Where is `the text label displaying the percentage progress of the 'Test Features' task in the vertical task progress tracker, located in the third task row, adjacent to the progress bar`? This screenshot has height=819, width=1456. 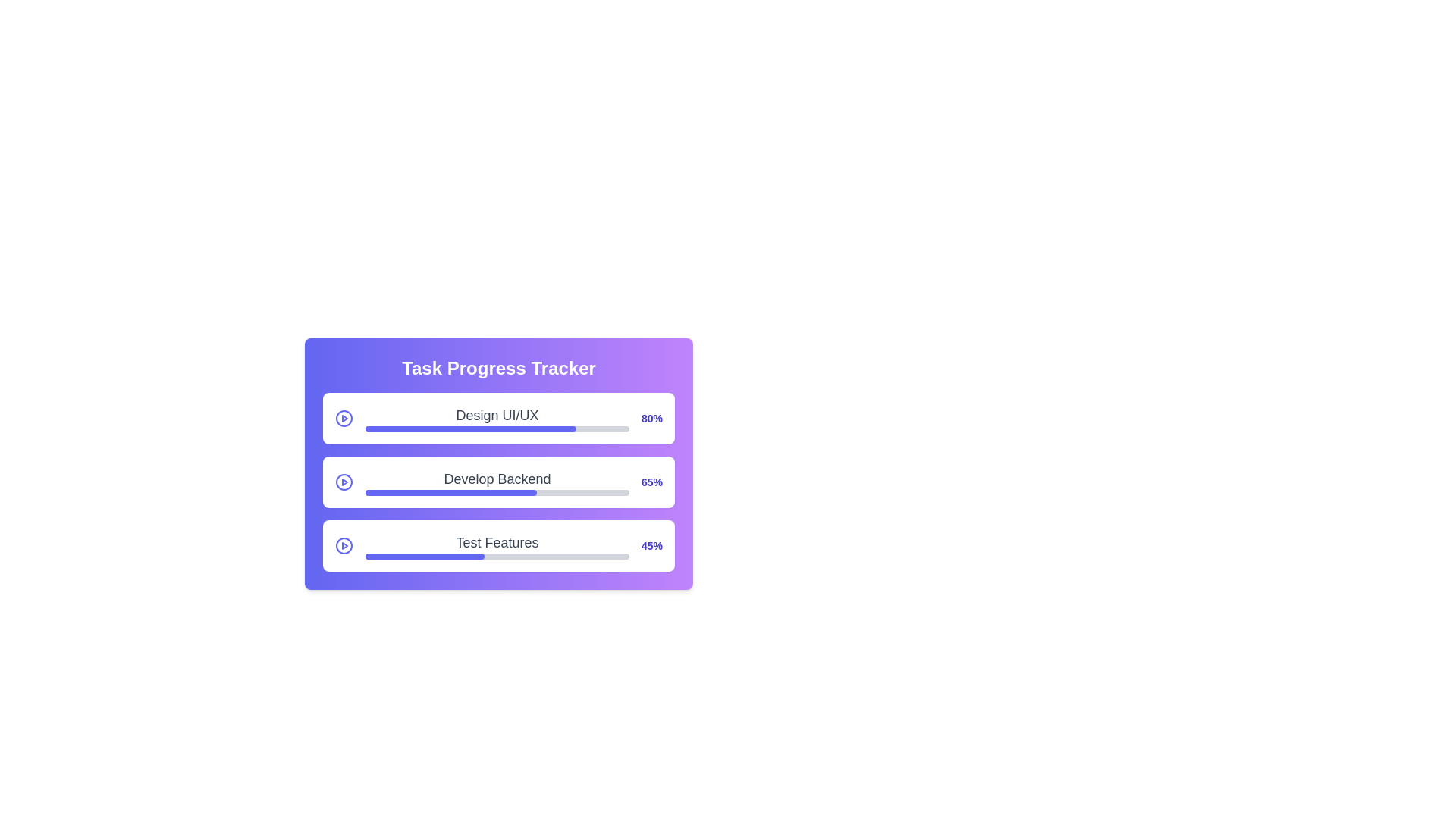 the text label displaying the percentage progress of the 'Test Features' task in the vertical task progress tracker, located in the third task row, adjacent to the progress bar is located at coordinates (651, 546).